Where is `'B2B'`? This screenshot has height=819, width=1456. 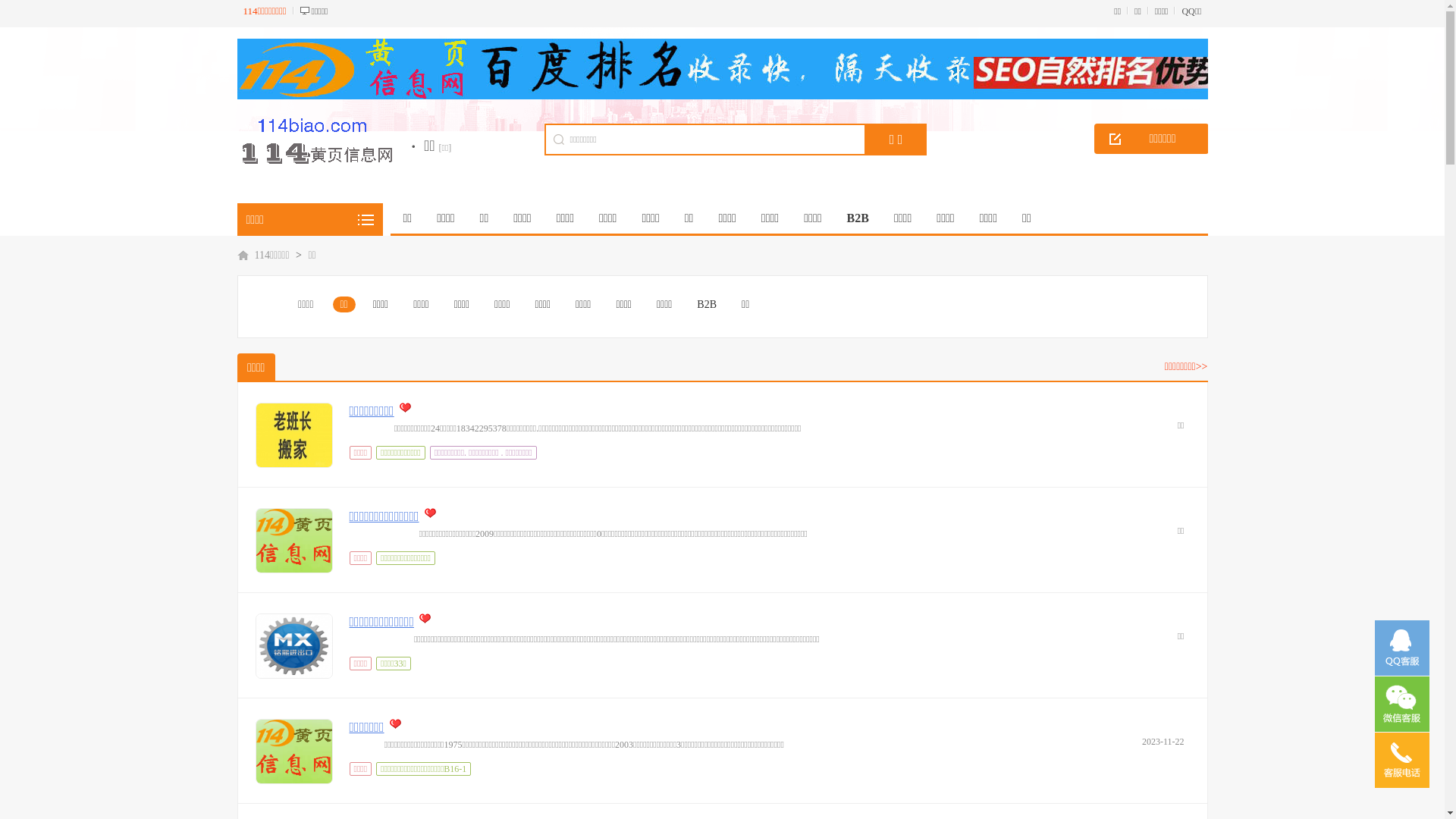
'B2B' is located at coordinates (705, 304).